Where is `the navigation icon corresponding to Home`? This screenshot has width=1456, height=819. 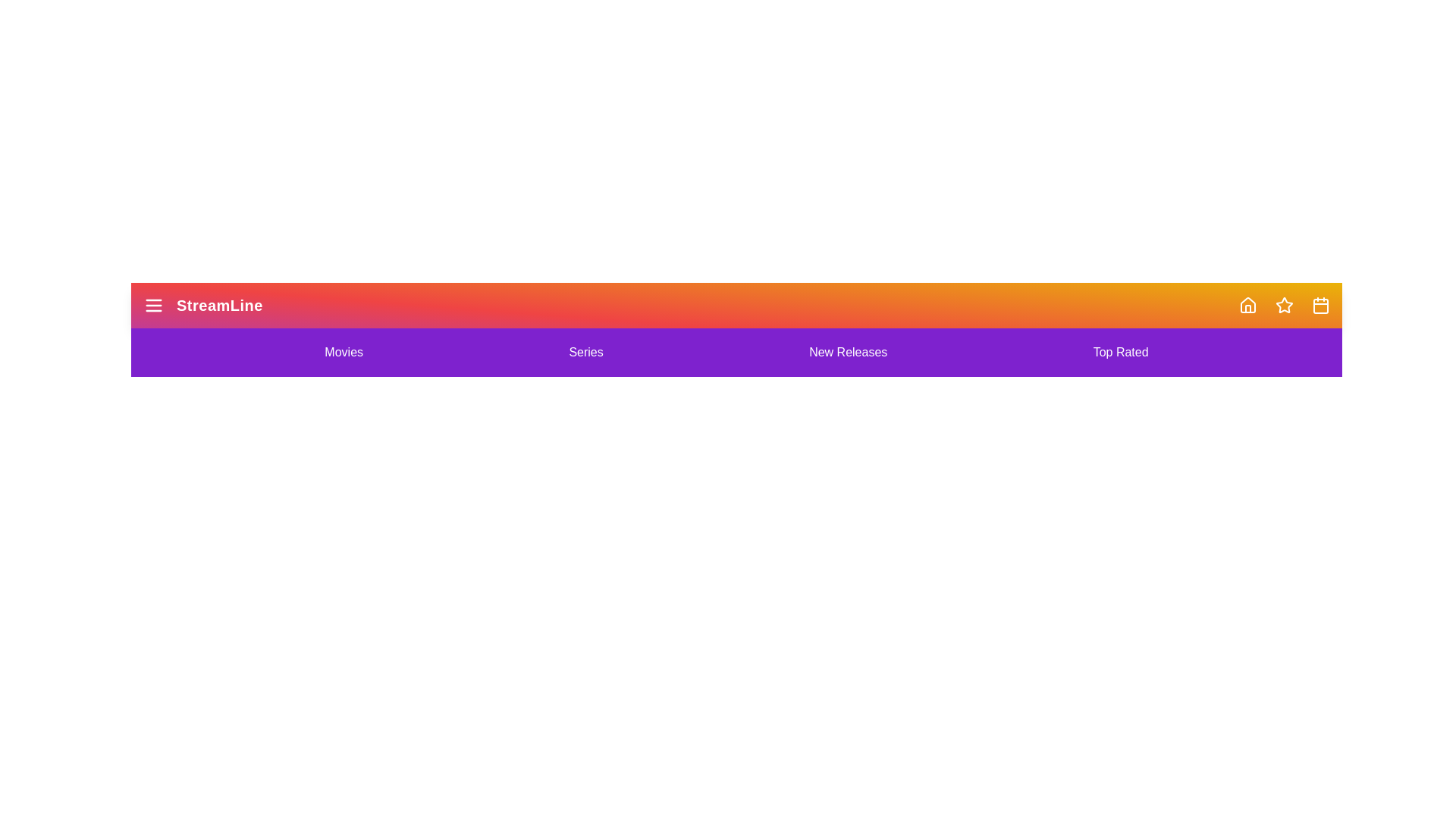
the navigation icon corresponding to Home is located at coordinates (1248, 305).